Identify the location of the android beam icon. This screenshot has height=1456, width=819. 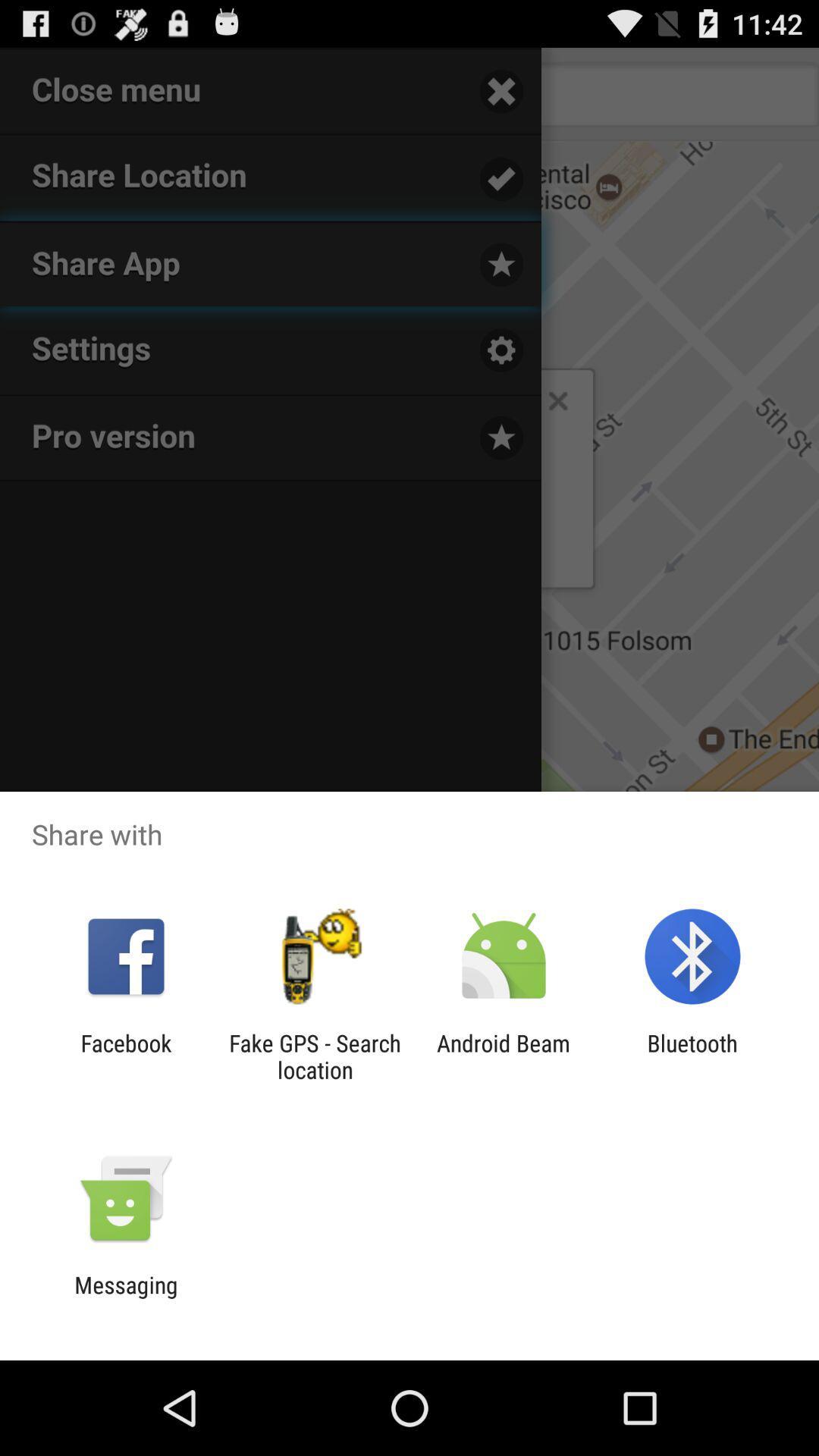
(504, 1056).